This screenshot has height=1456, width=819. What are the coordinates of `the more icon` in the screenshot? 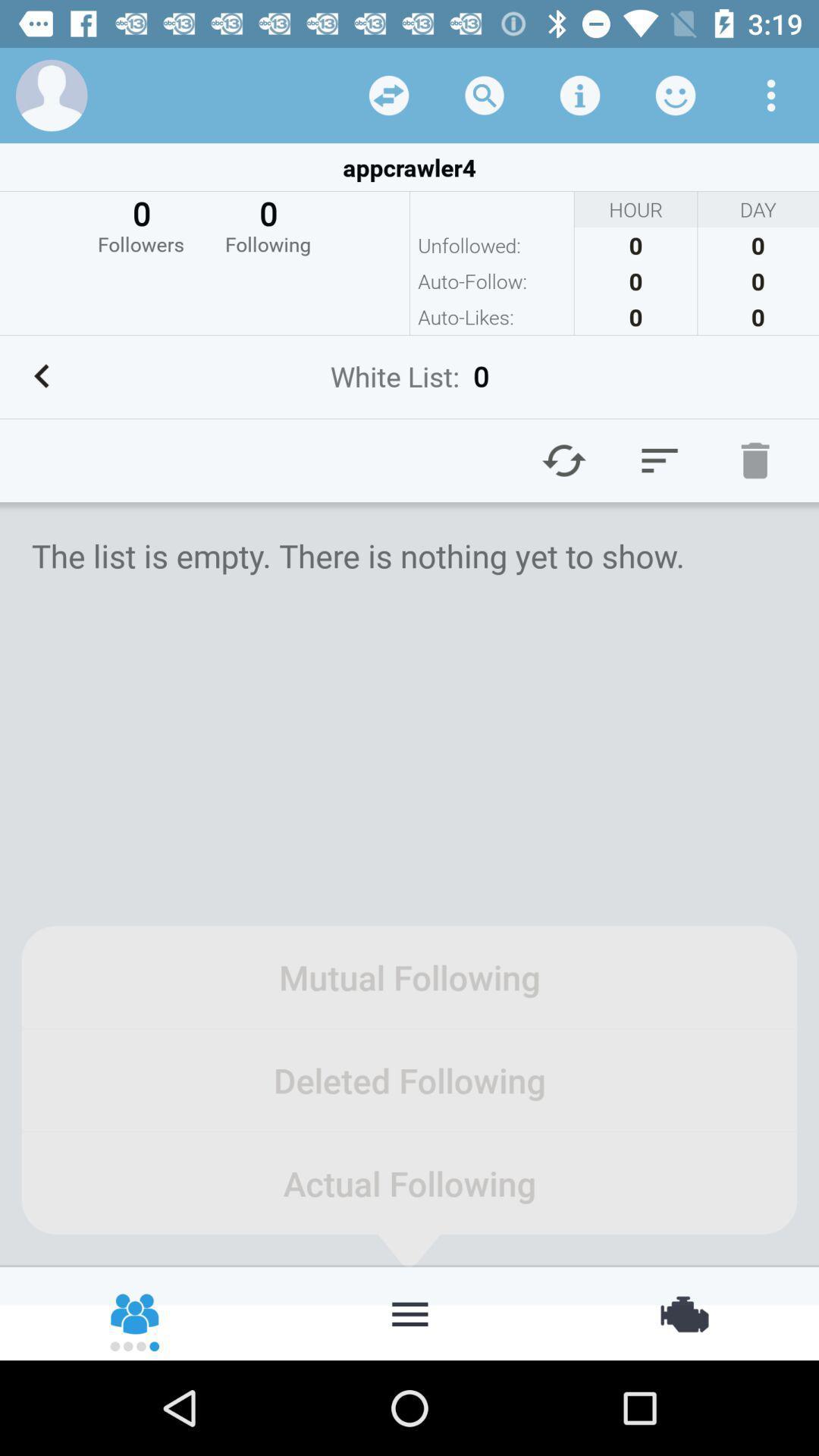 It's located at (409, 1312).